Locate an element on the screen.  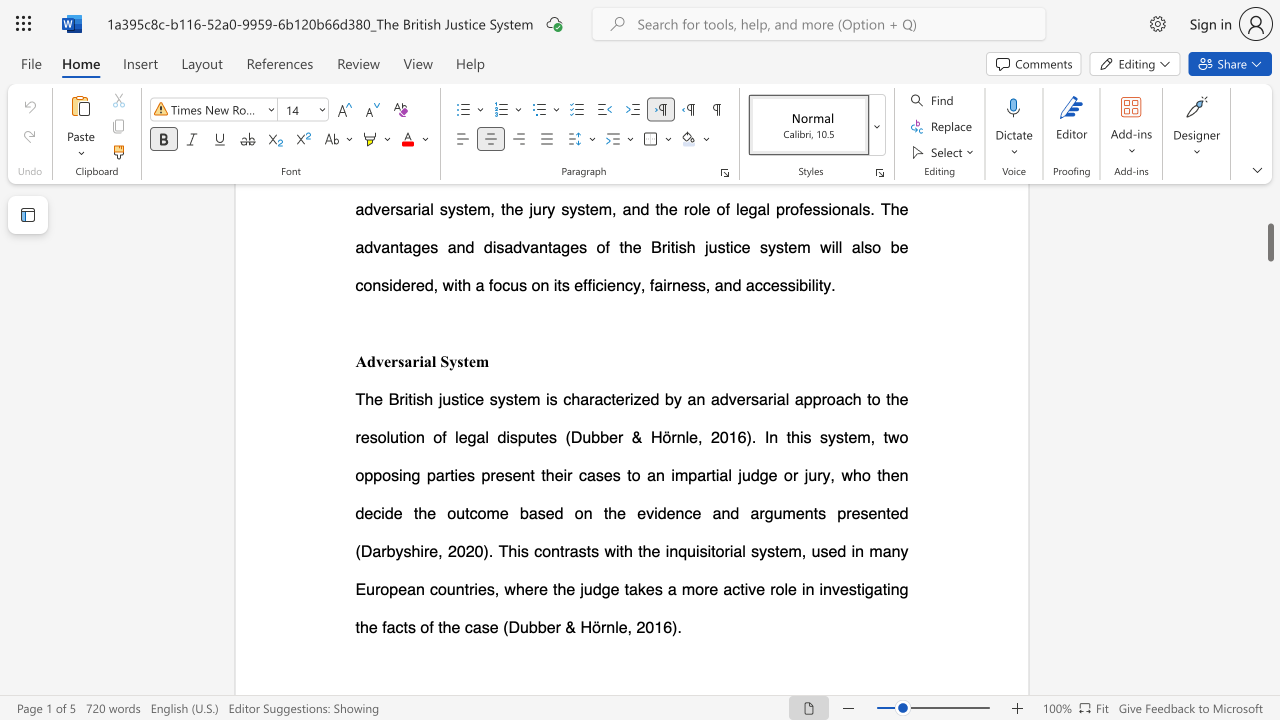
the scrollbar to scroll the page up is located at coordinates (1269, 328).